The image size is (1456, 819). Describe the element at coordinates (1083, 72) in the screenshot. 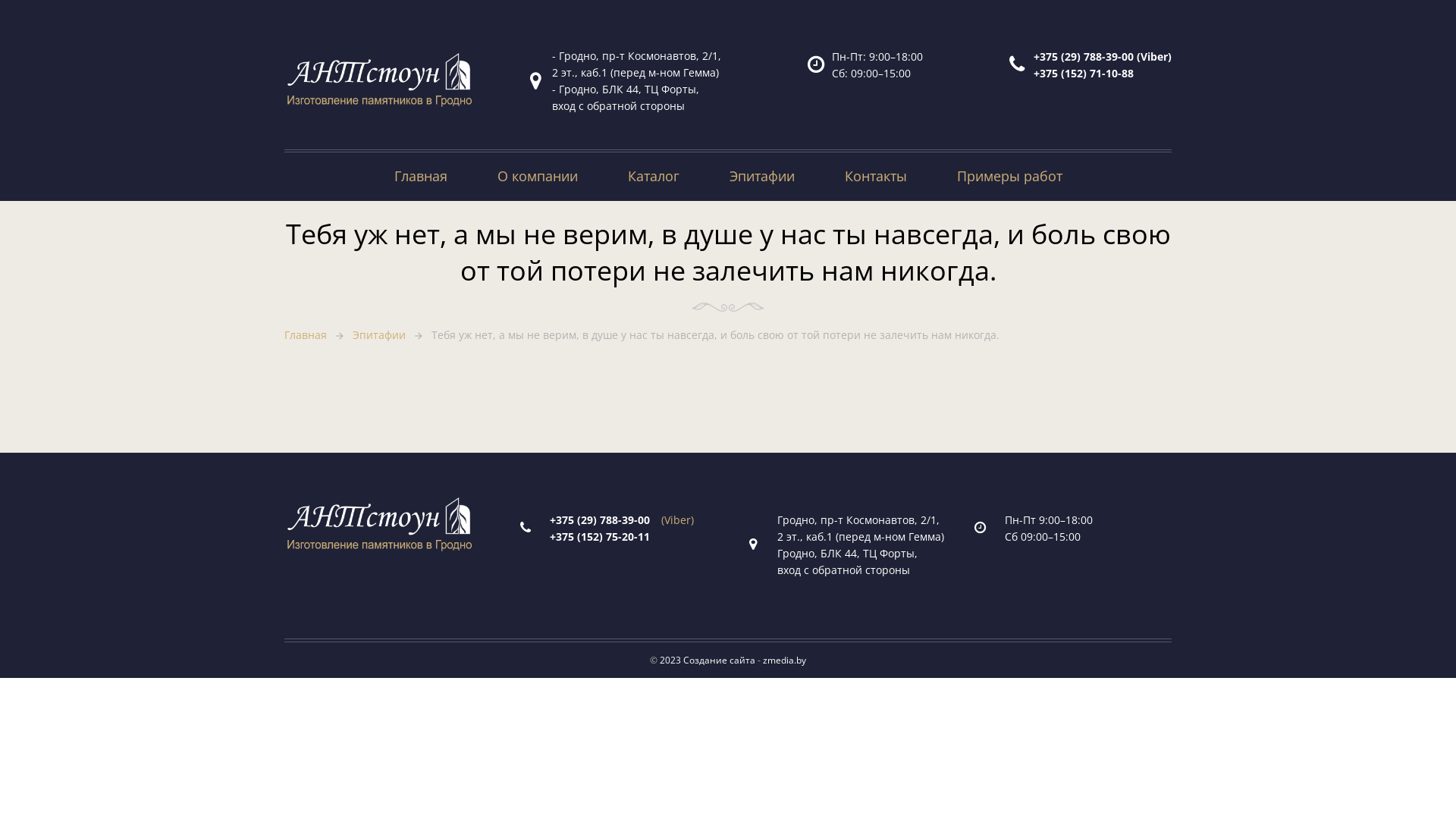

I see `'+375 (152) 71-10-88'` at that location.